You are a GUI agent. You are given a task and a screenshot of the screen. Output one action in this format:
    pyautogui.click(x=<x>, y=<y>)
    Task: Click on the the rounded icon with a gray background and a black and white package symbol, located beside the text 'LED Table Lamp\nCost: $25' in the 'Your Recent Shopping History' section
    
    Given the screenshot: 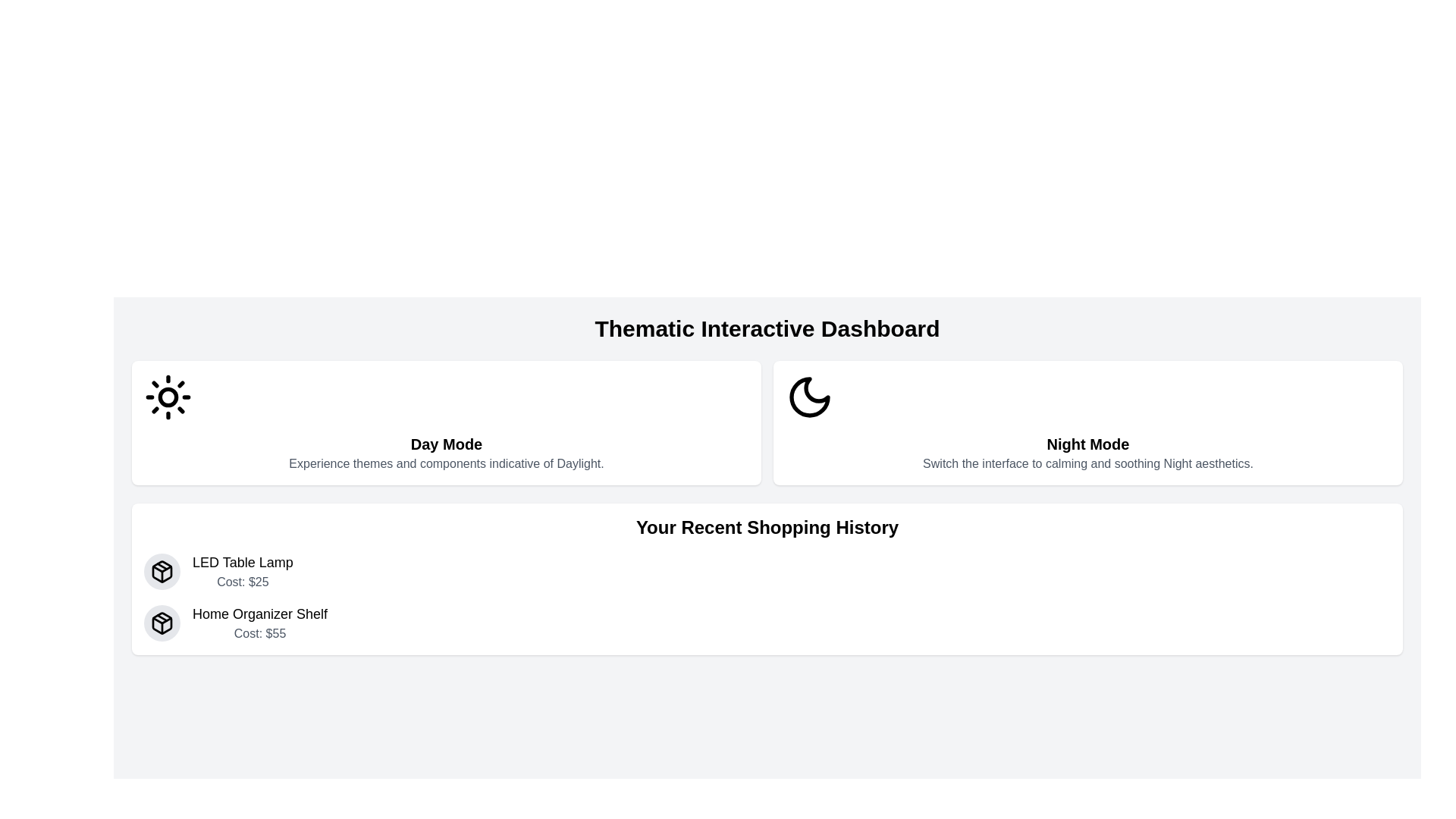 What is the action you would take?
    pyautogui.click(x=162, y=571)
    